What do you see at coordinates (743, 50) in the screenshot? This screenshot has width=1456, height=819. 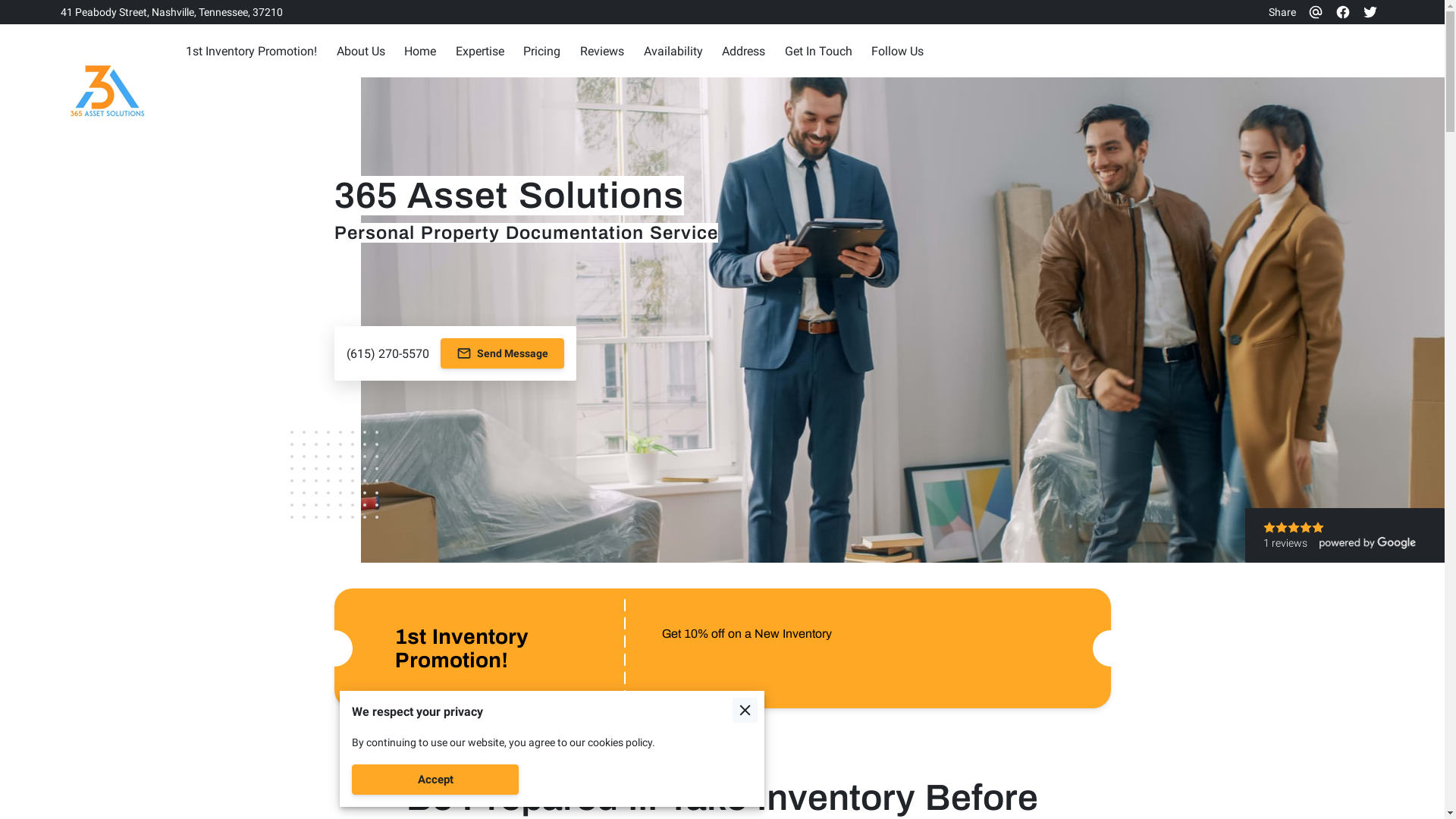 I see `'Address'` at bounding box center [743, 50].